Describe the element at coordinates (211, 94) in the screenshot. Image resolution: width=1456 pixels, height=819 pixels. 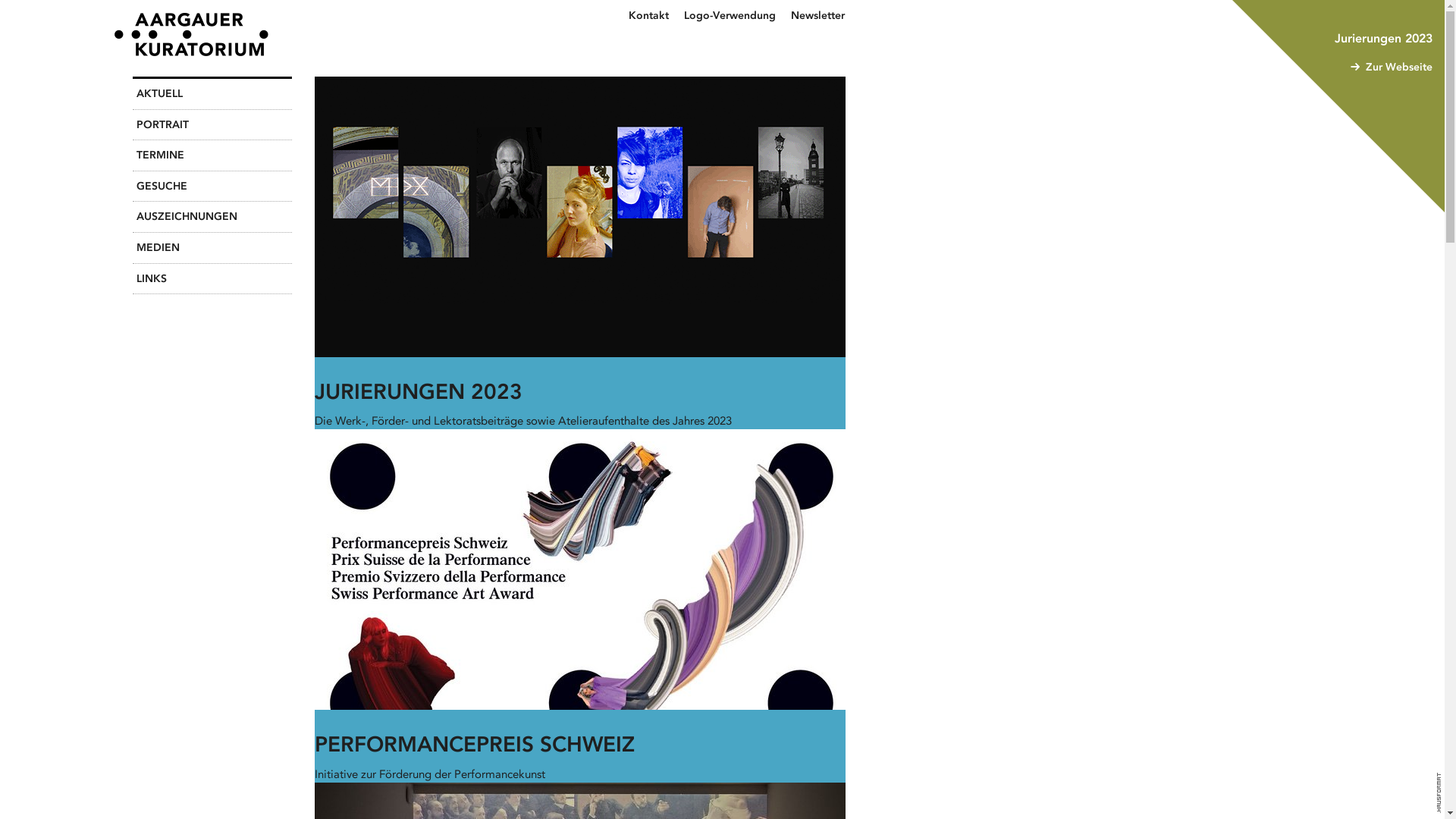
I see `'AKTUELL'` at that location.